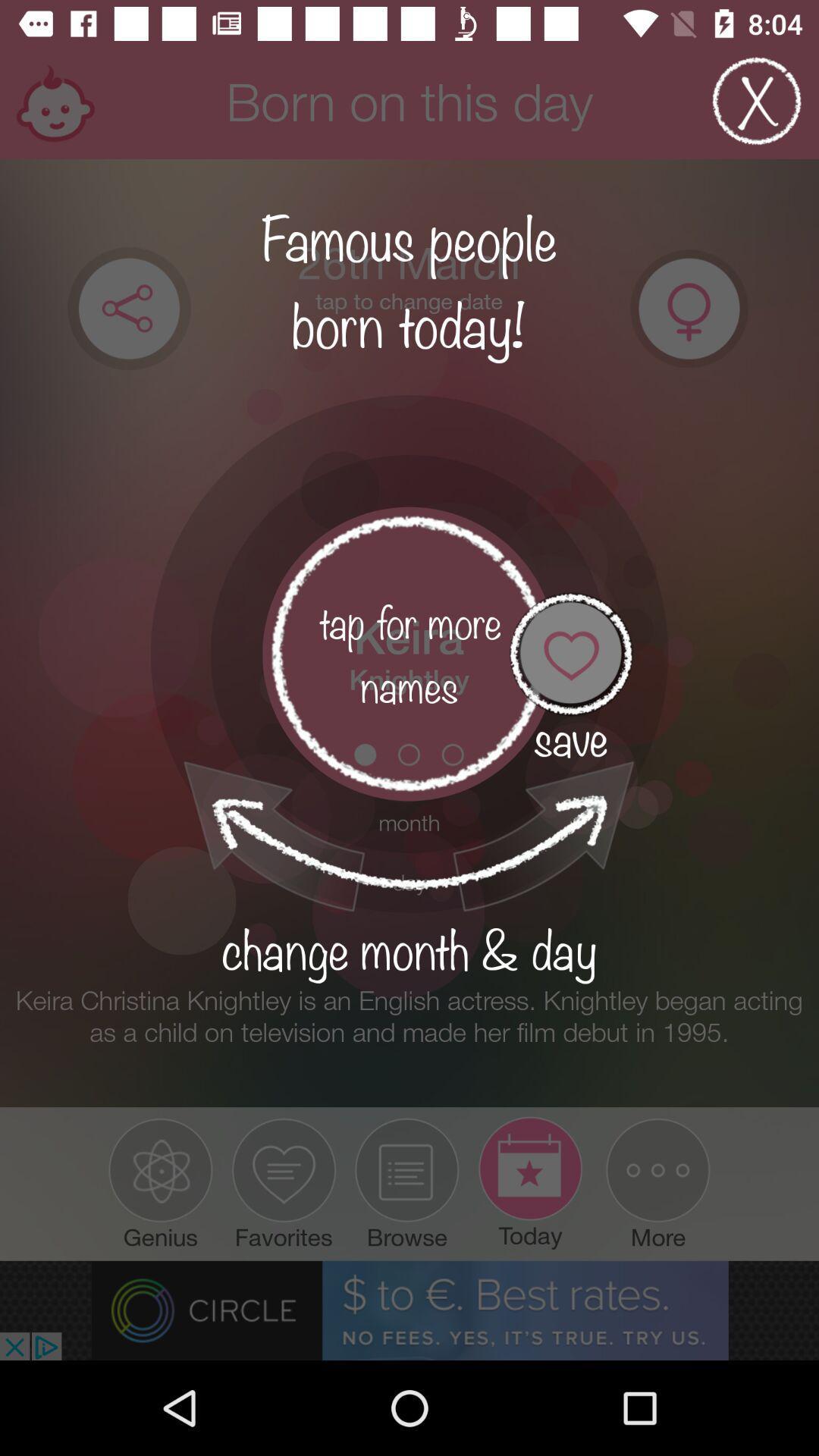  What do you see at coordinates (409, 654) in the screenshot?
I see `more names` at bounding box center [409, 654].